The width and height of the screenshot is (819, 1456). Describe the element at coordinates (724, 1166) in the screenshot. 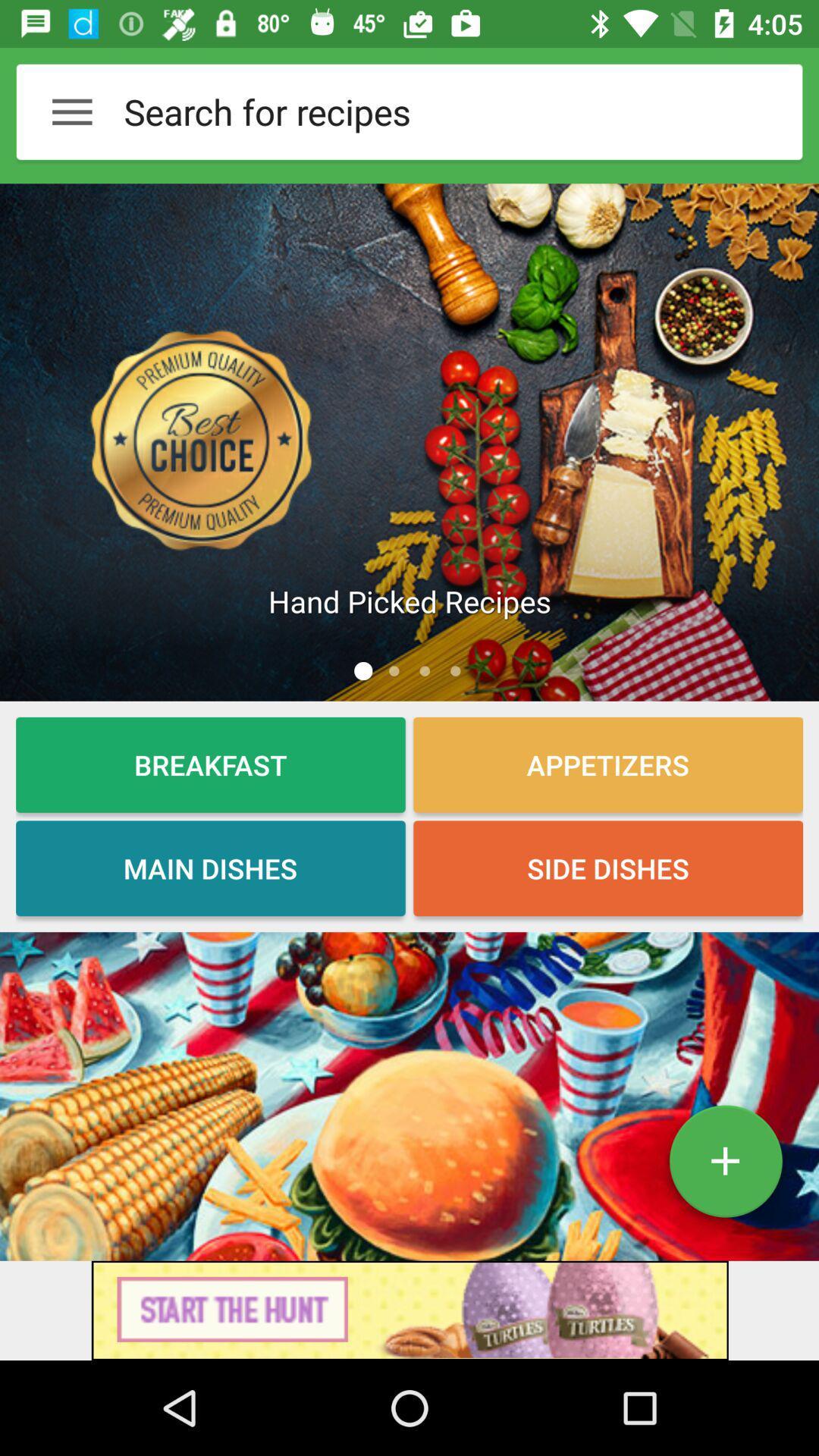

I see `the add icon` at that location.